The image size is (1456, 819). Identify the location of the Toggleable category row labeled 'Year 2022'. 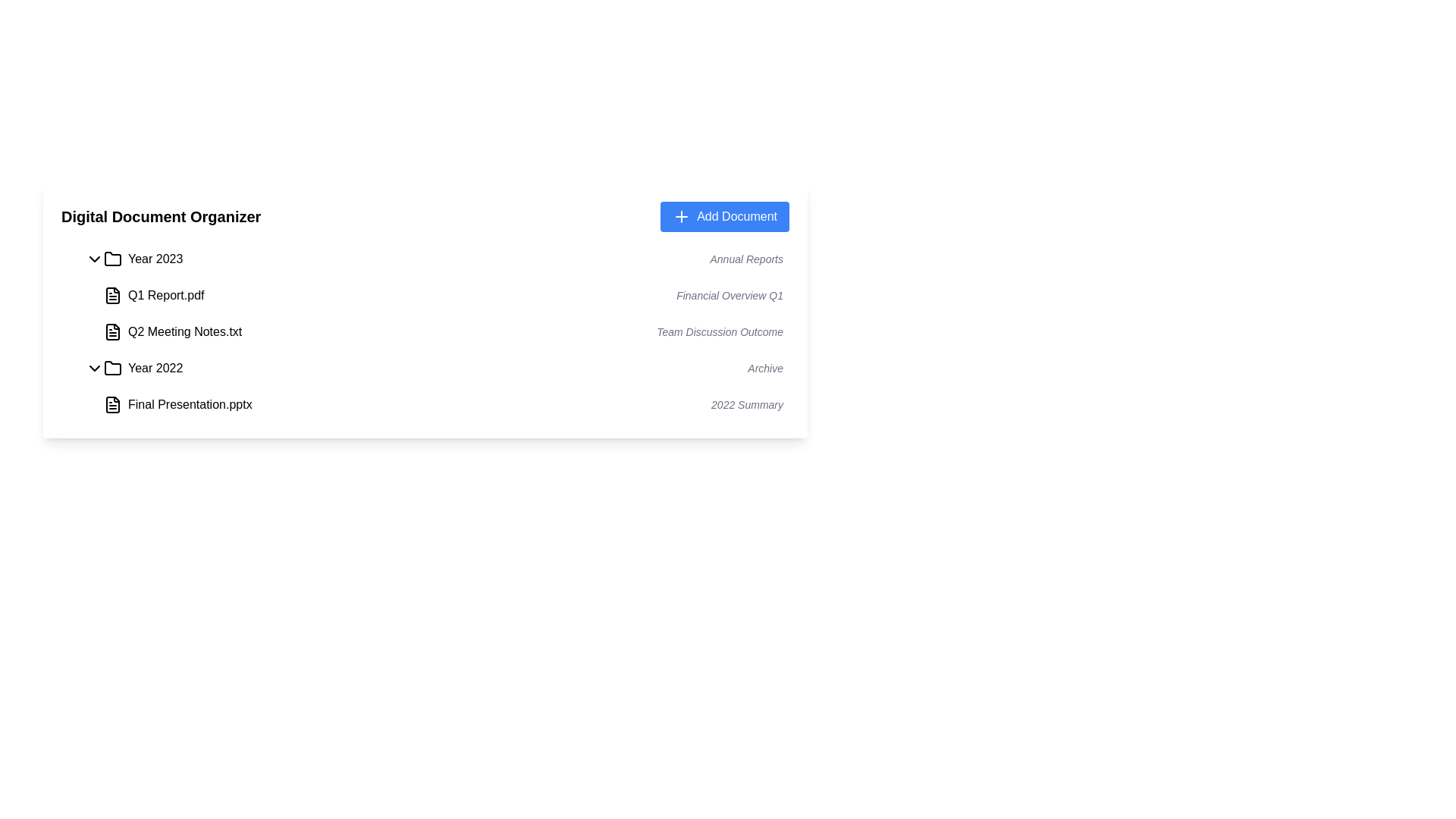
(433, 369).